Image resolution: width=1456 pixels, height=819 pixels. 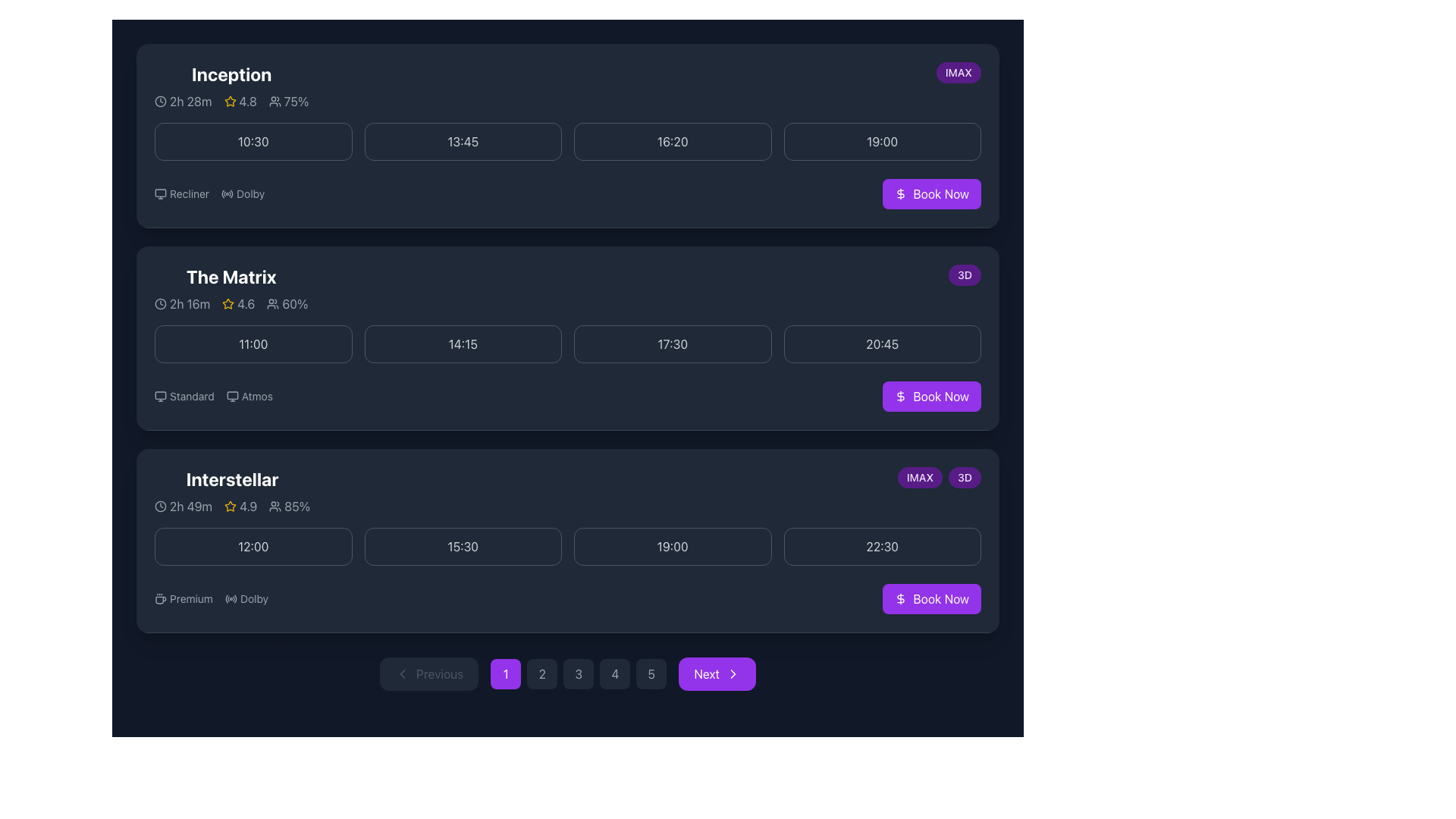 I want to click on the title in the Informational display panel for the movie 'Interstellar', so click(x=231, y=491).